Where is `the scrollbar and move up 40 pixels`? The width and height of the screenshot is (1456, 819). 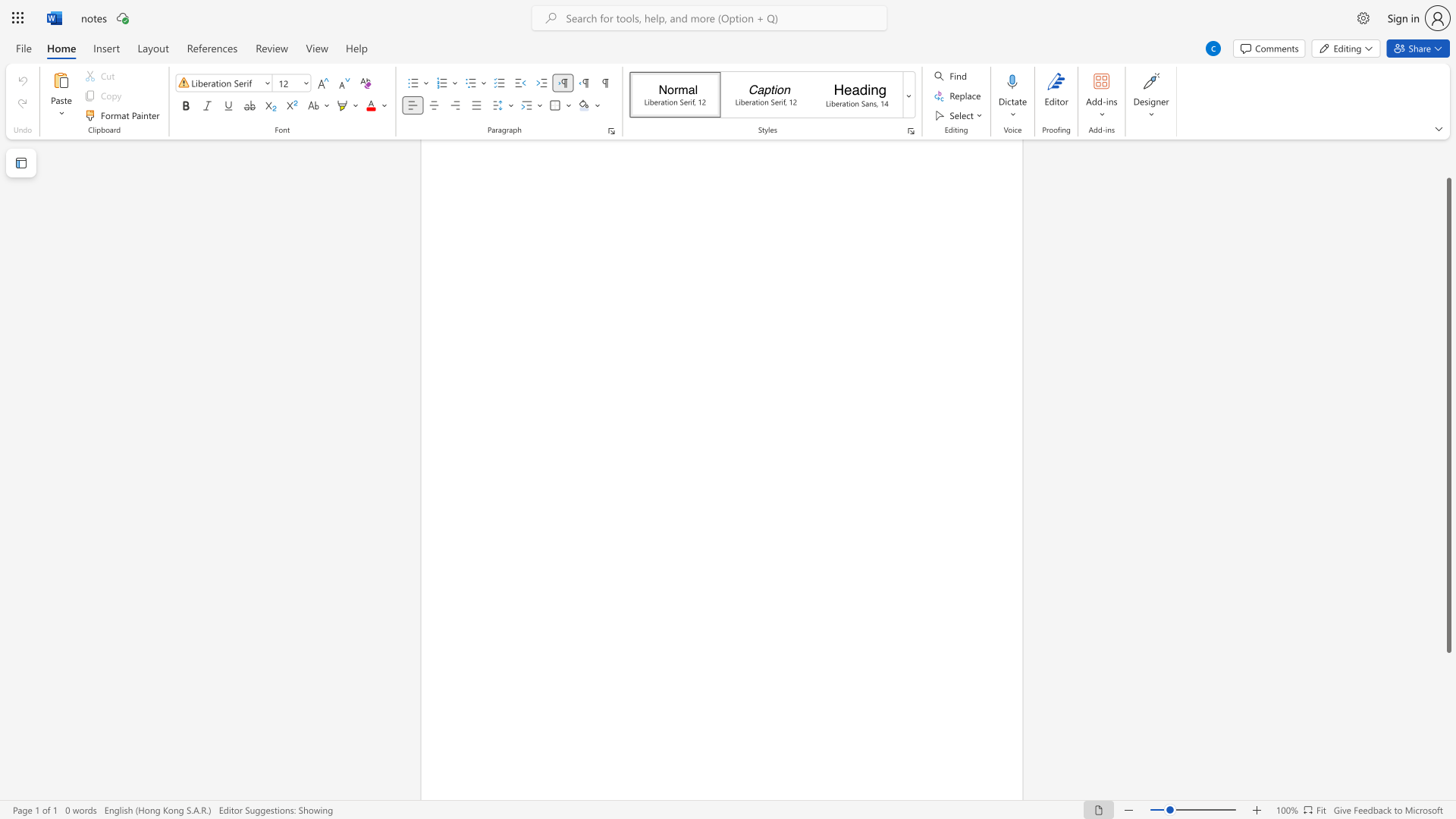 the scrollbar and move up 40 pixels is located at coordinates (1448, 415).